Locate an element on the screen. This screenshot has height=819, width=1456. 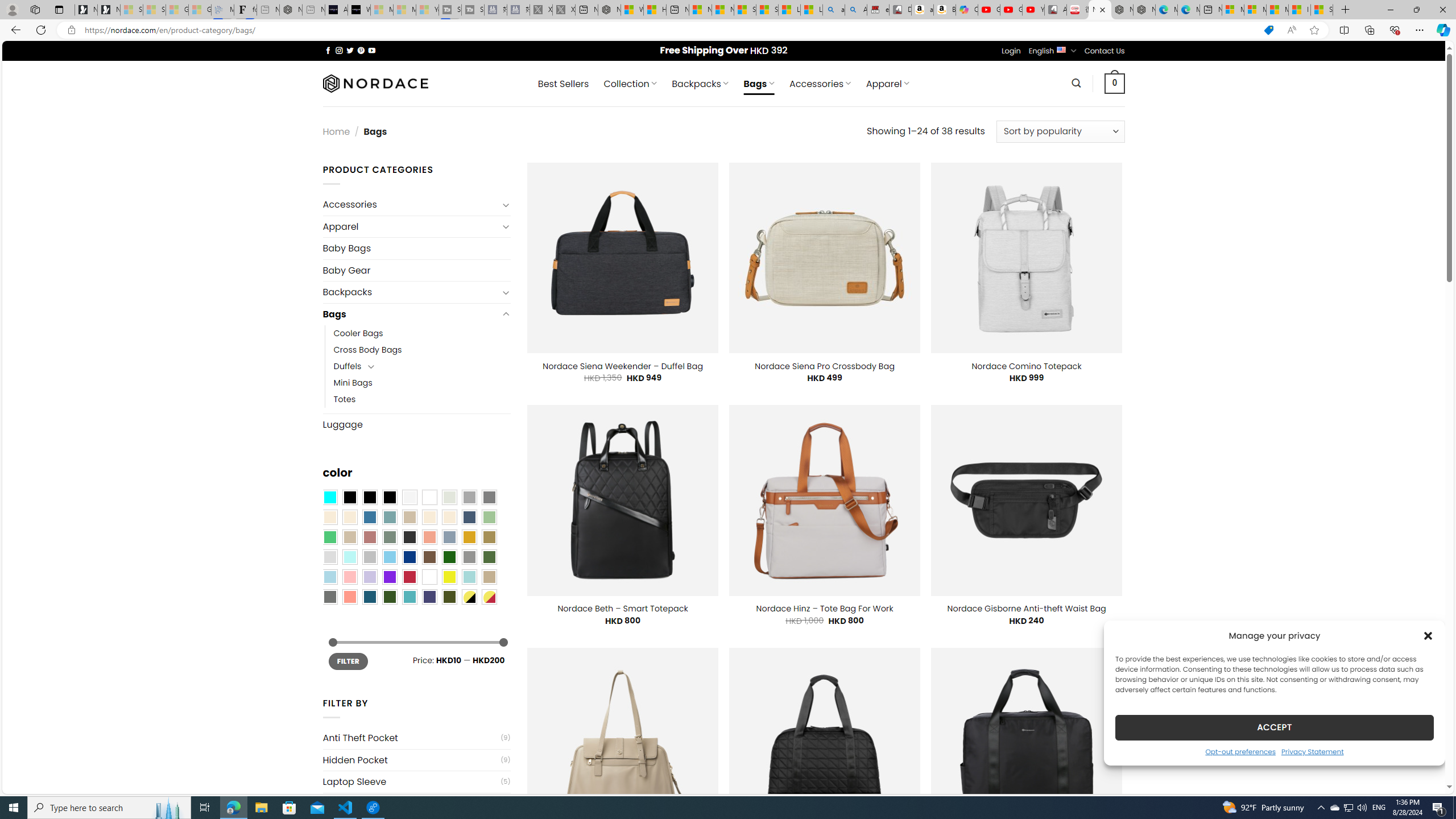
'Beige-Brown' is located at coordinates (349, 517).